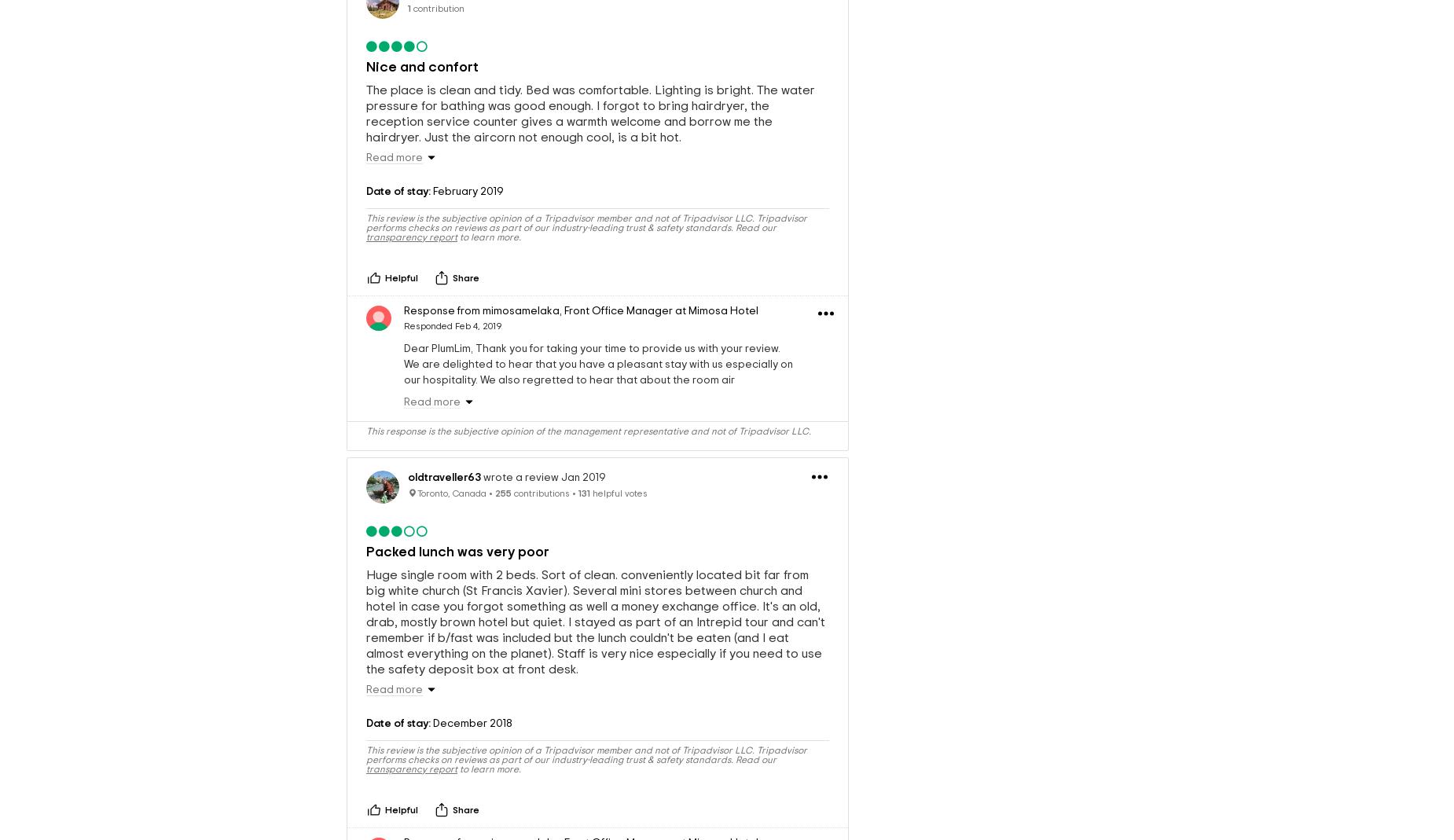  What do you see at coordinates (619, 492) in the screenshot?
I see `'helpful votes'` at bounding box center [619, 492].